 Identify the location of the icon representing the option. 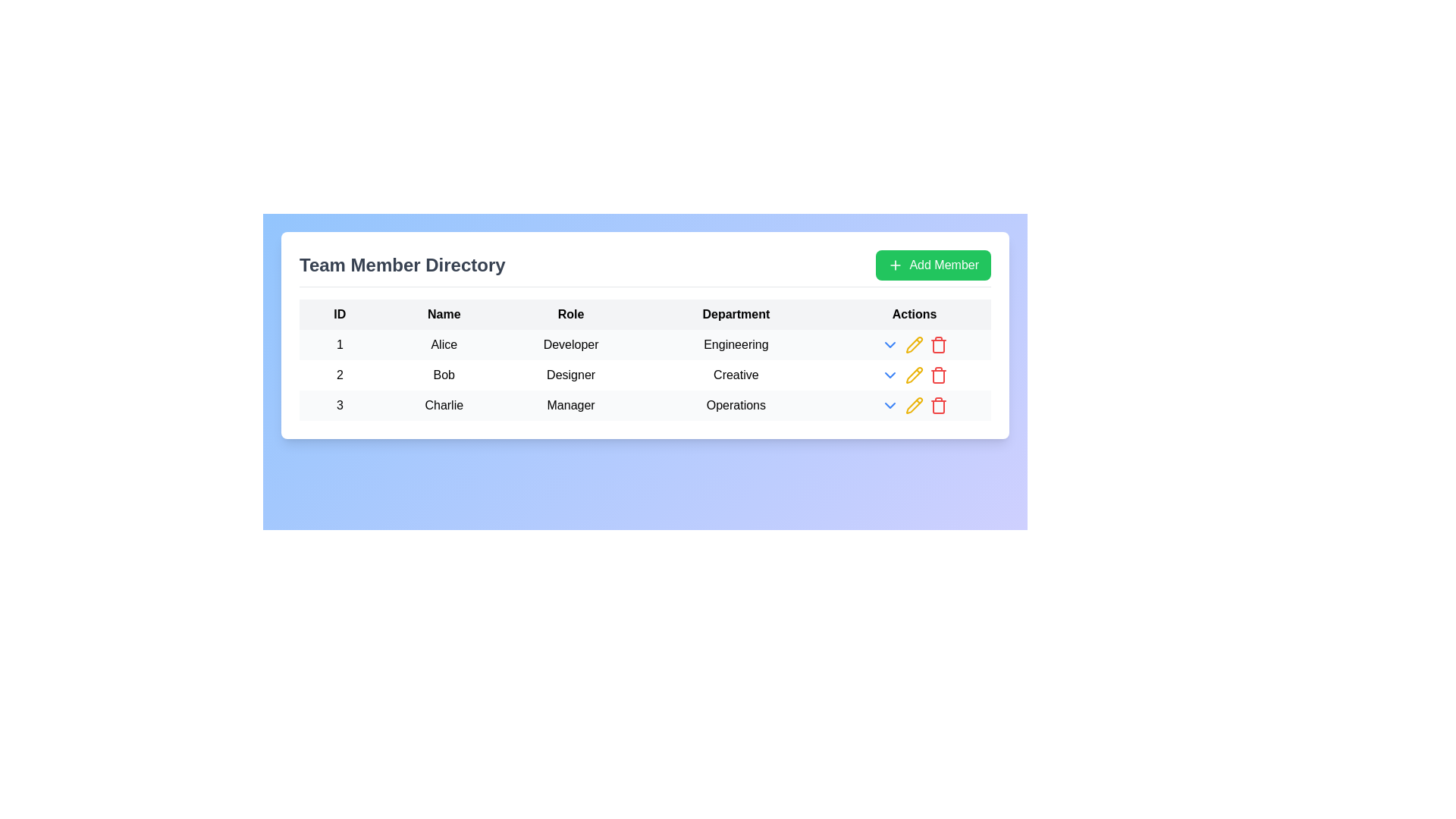
(896, 265).